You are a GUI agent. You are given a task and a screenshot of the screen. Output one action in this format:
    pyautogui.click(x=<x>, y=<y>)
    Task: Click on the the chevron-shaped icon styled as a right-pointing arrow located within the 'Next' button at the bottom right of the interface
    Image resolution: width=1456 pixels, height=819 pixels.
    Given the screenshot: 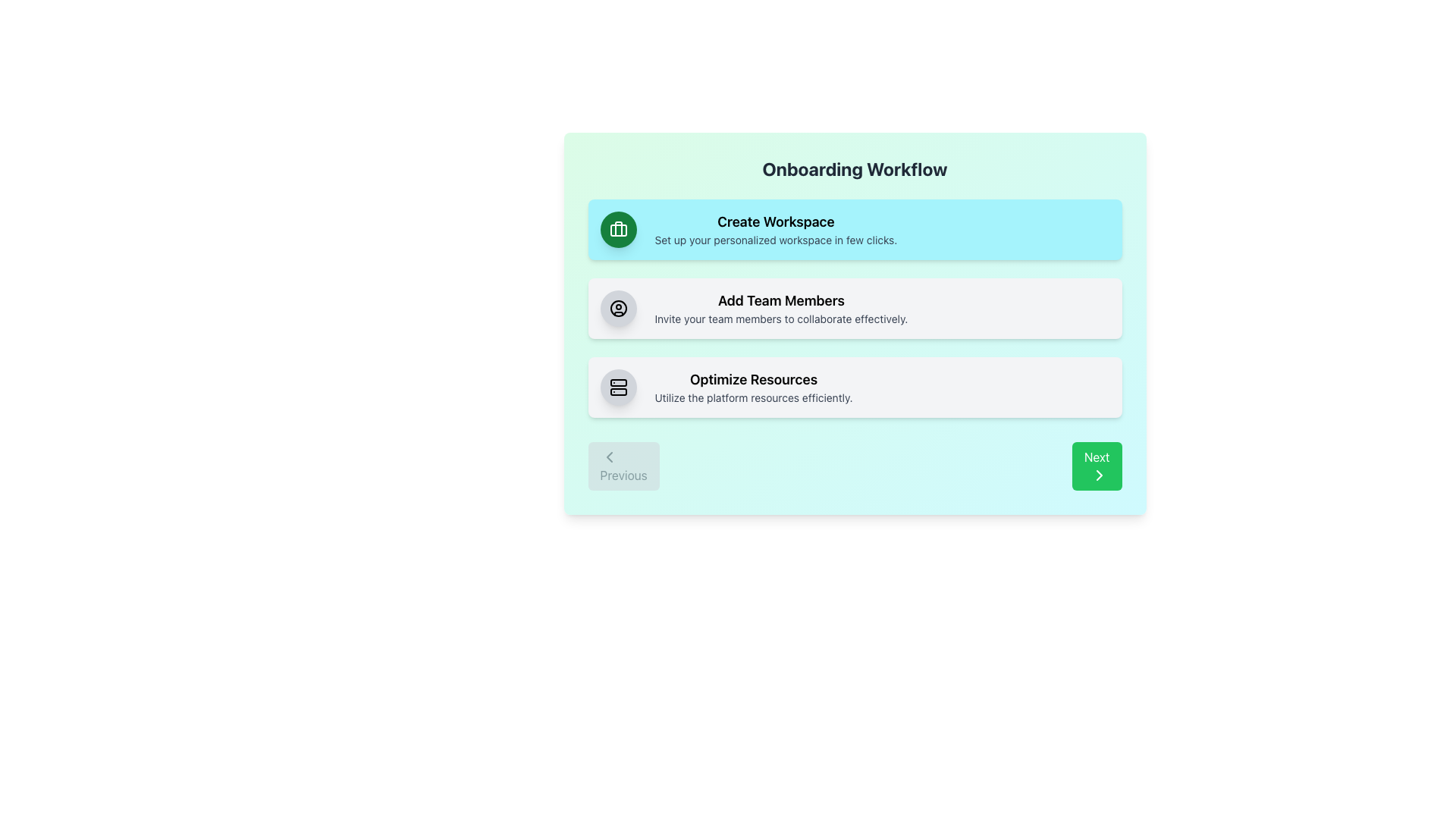 What is the action you would take?
    pyautogui.click(x=1099, y=475)
    